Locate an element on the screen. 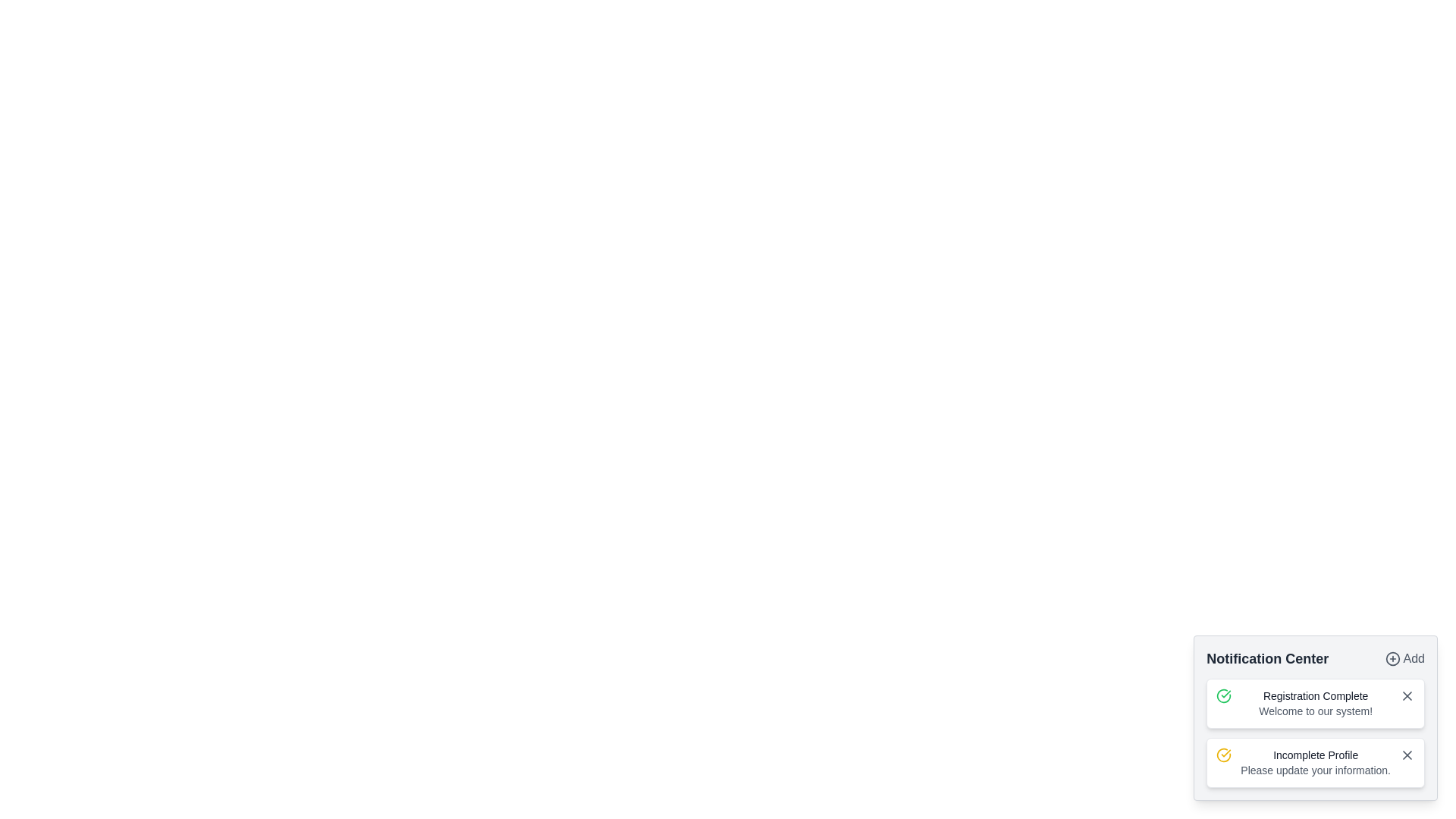 The height and width of the screenshot is (819, 1456). the circular confirmation icon with a yellow outline and a white center located is located at coordinates (1223, 755).